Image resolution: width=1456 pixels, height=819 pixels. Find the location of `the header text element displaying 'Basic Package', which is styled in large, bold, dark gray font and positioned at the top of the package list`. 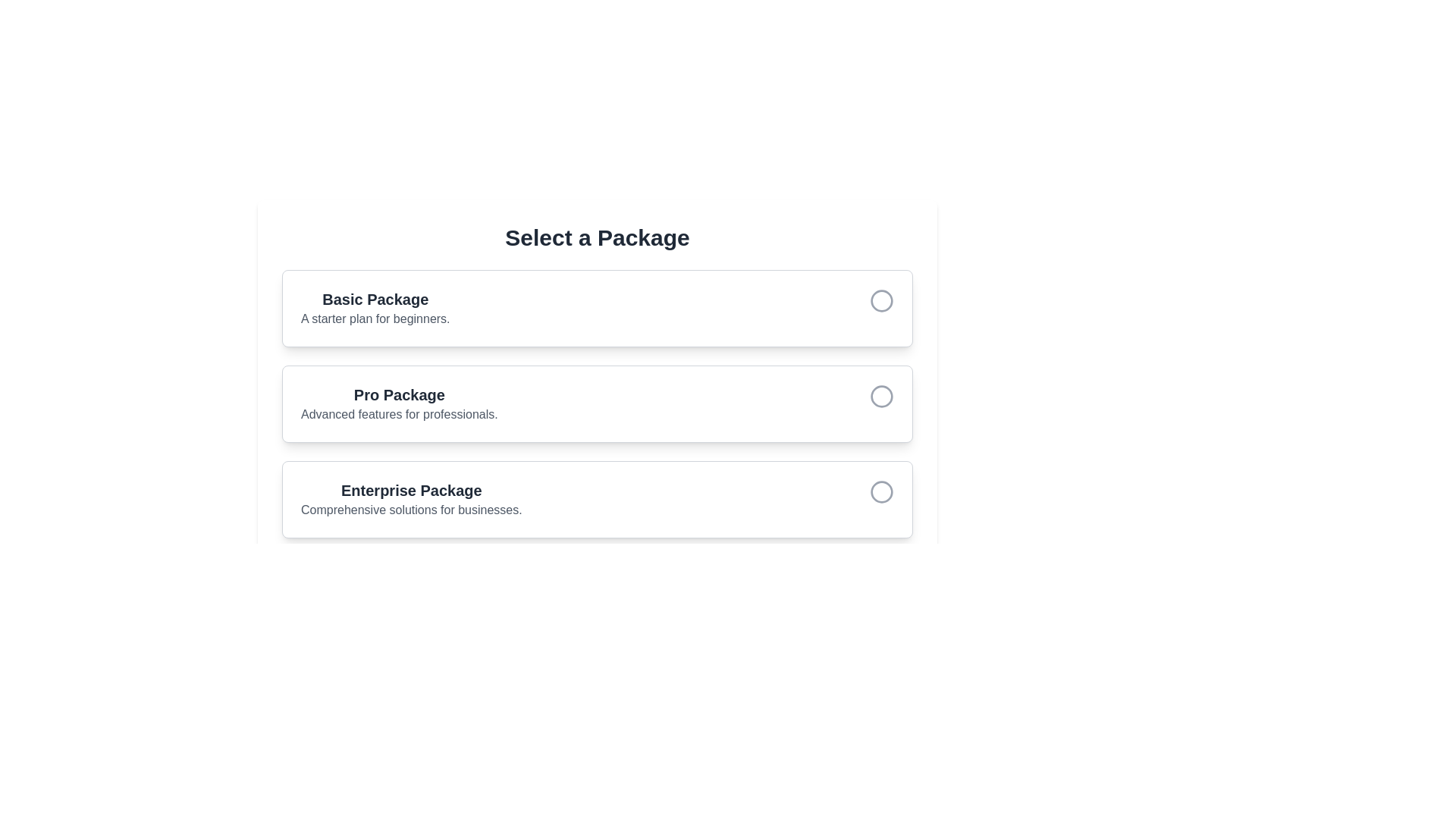

the header text element displaying 'Basic Package', which is styled in large, bold, dark gray font and positioned at the top of the package list is located at coordinates (375, 299).